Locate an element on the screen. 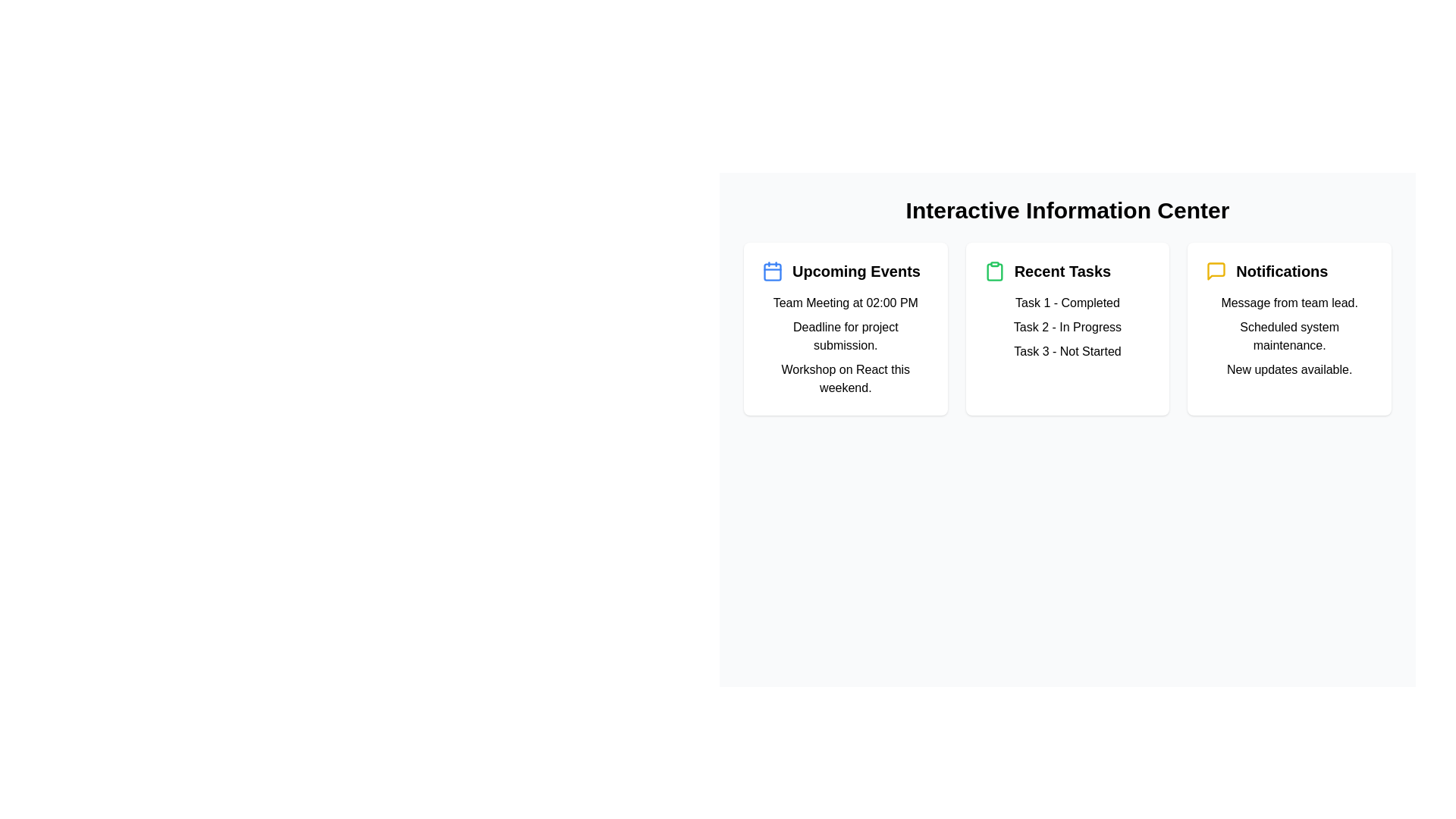 Image resolution: width=1456 pixels, height=819 pixels. the 'Notifications' header text, which is a bold, large font label located in the top-right corner of its section, next to a yellow message icon is located at coordinates (1281, 271).